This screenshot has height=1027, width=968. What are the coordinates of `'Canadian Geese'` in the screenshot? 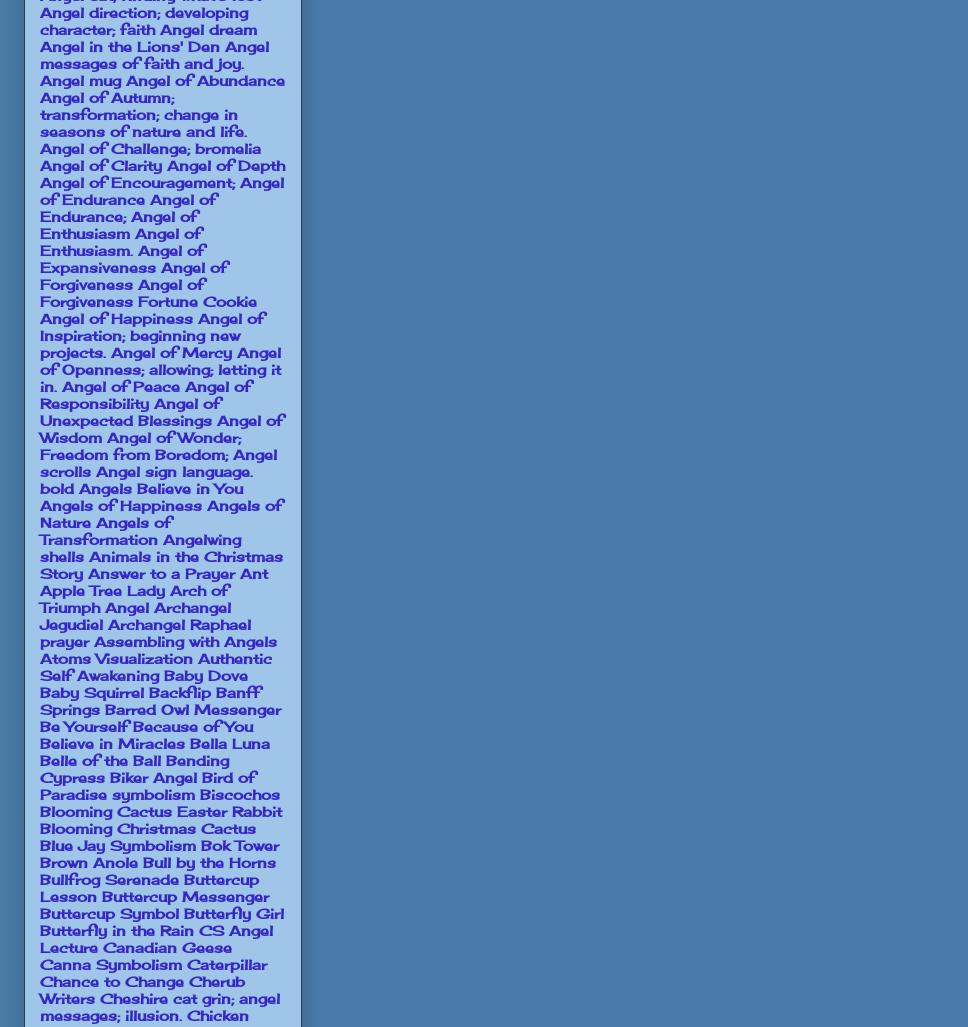 It's located at (167, 946).